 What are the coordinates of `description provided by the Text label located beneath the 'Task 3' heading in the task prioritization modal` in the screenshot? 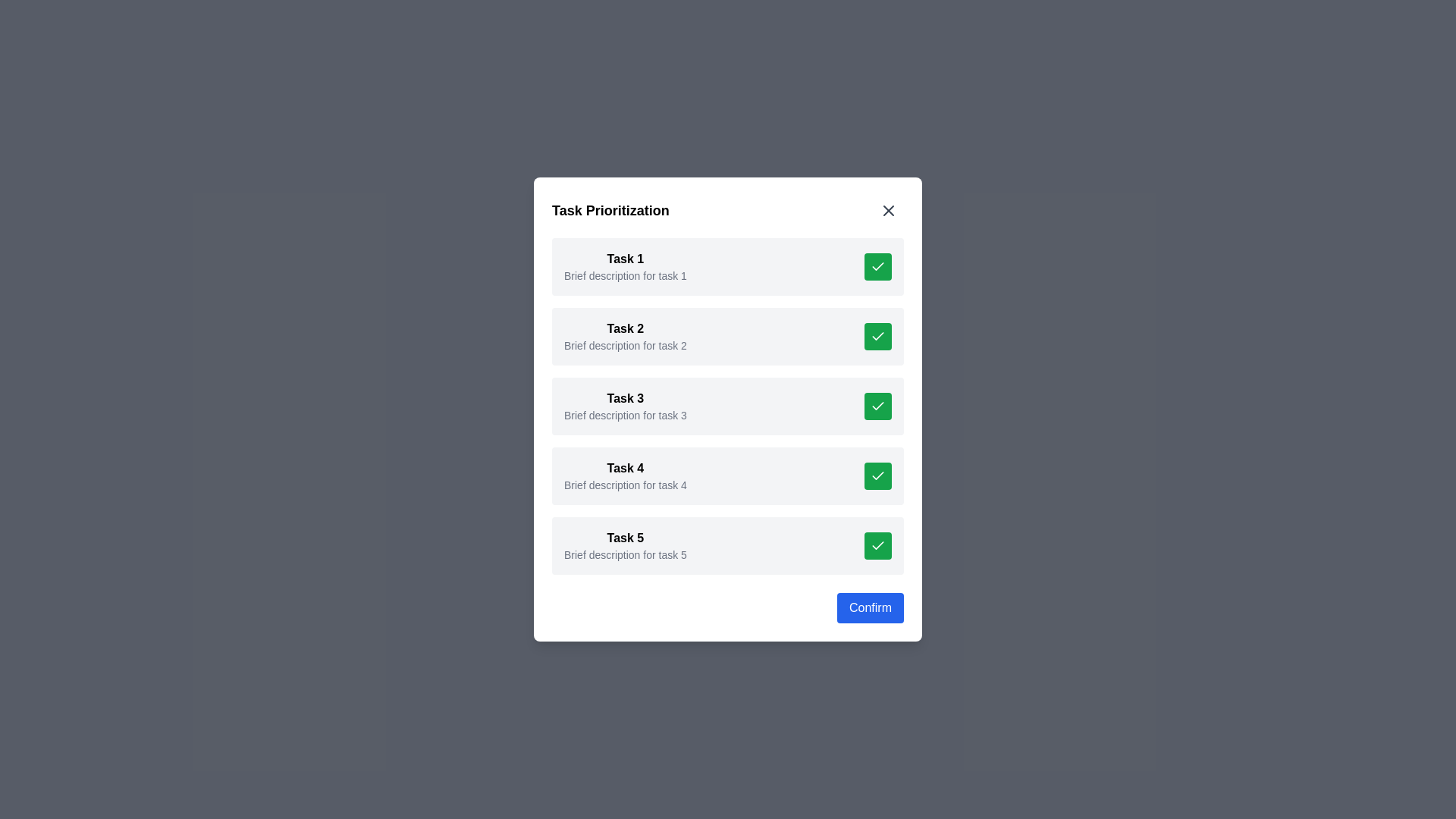 It's located at (626, 415).